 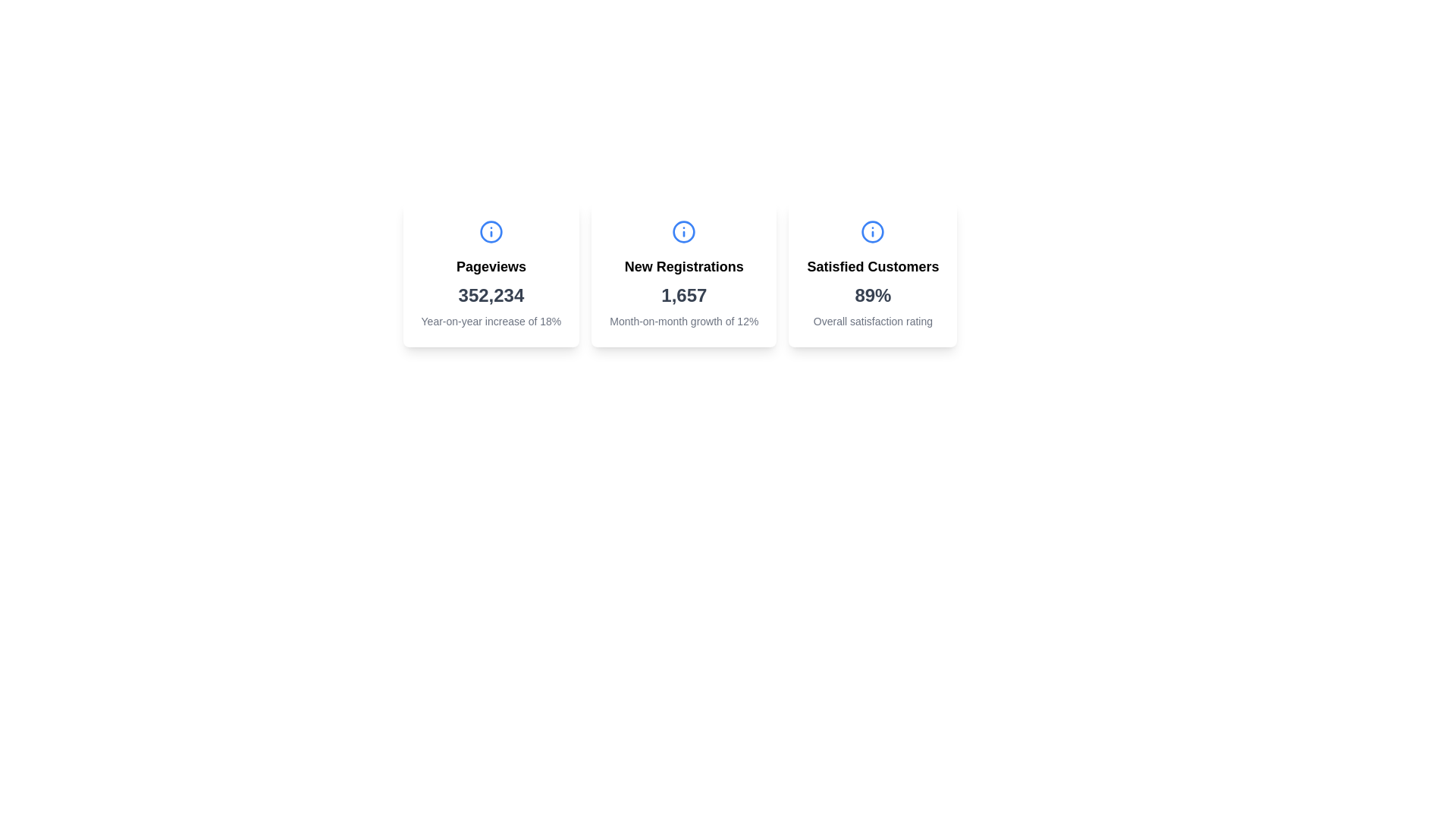 I want to click on the text element displaying the numerical value for new registrations, located in the center of the card titled 'New Registrations', so click(x=683, y=295).